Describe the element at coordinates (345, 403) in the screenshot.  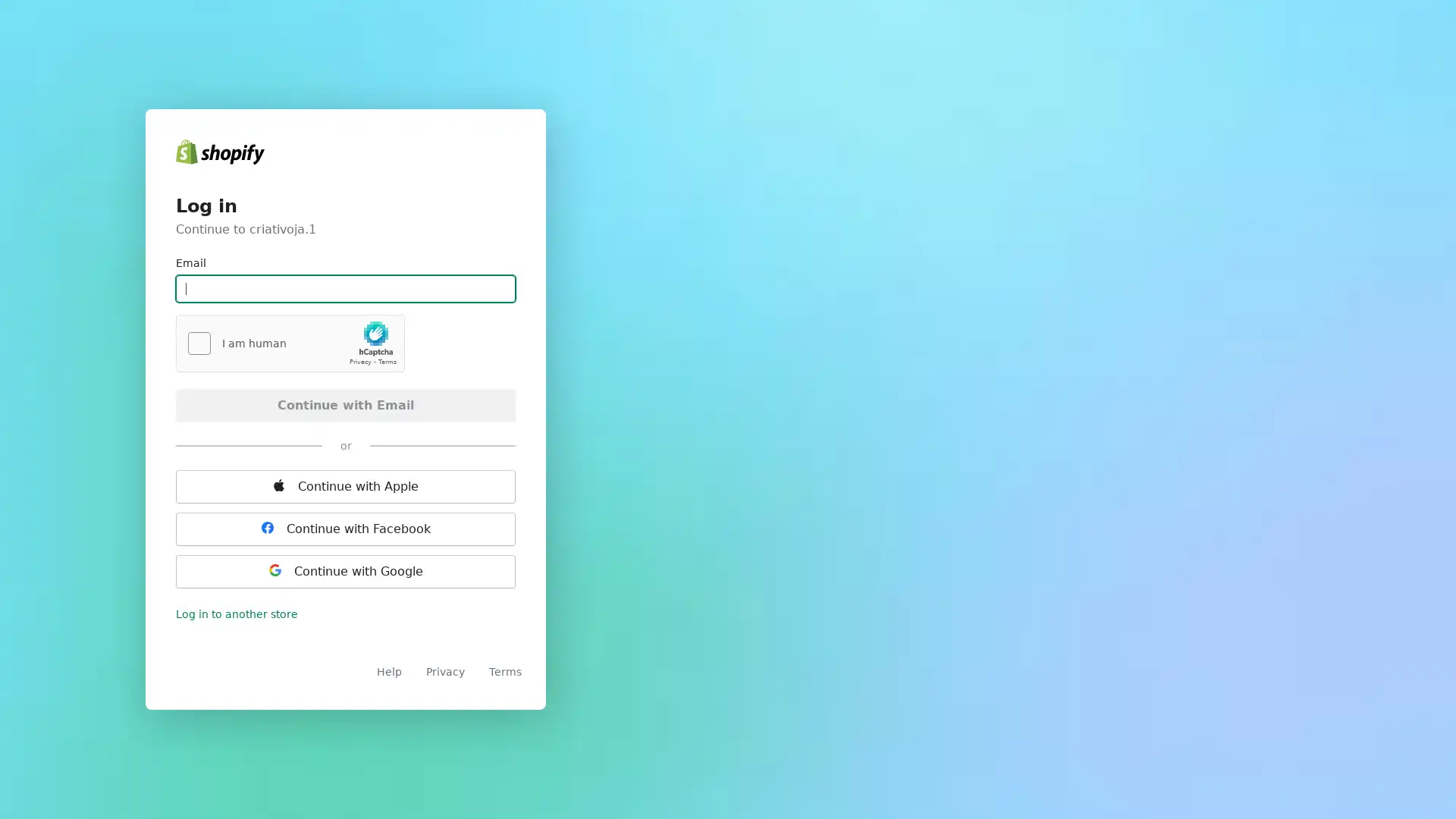
I see `Continue with Email` at that location.